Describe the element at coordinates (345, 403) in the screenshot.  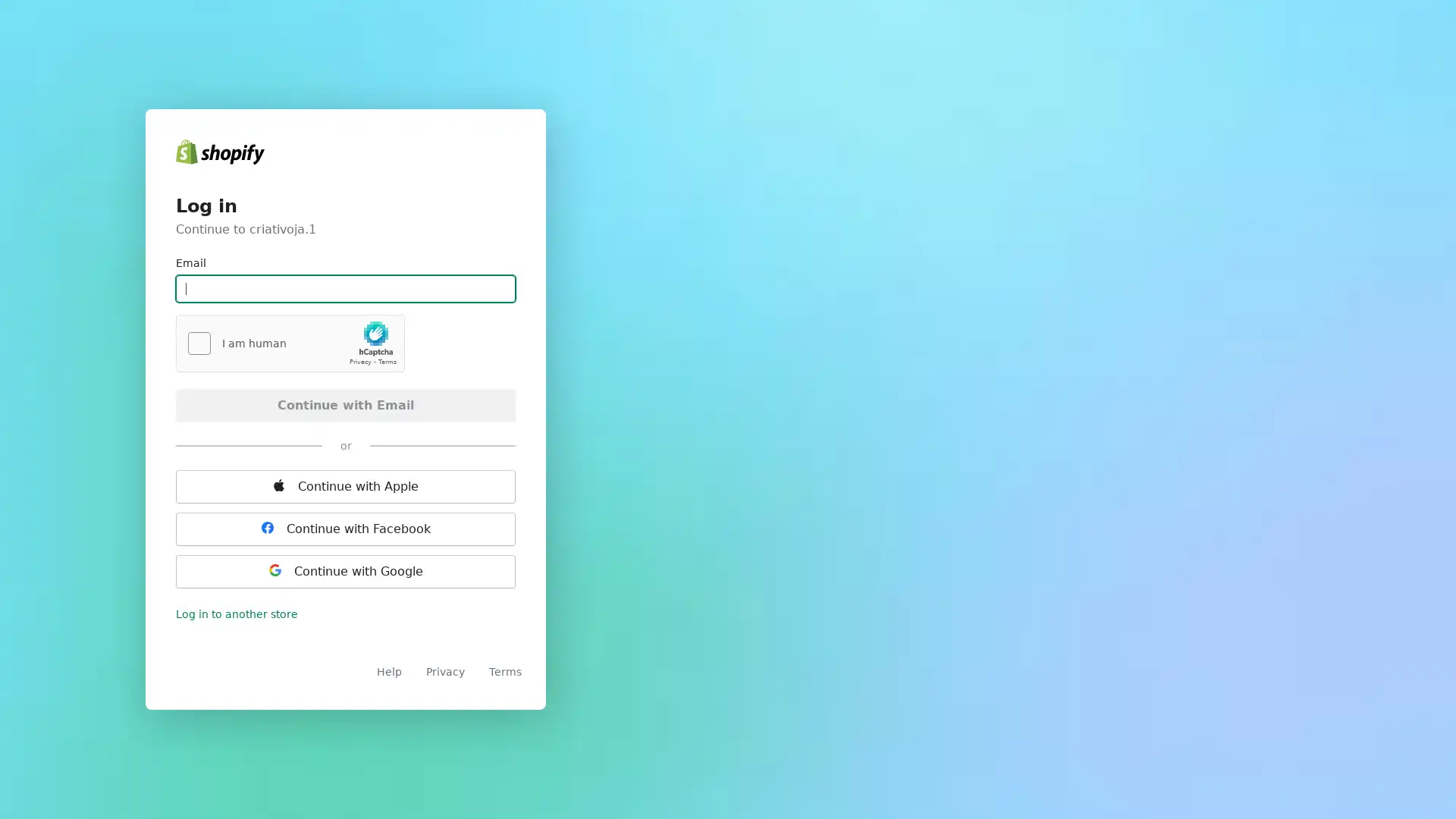
I see `Continue with Email` at that location.